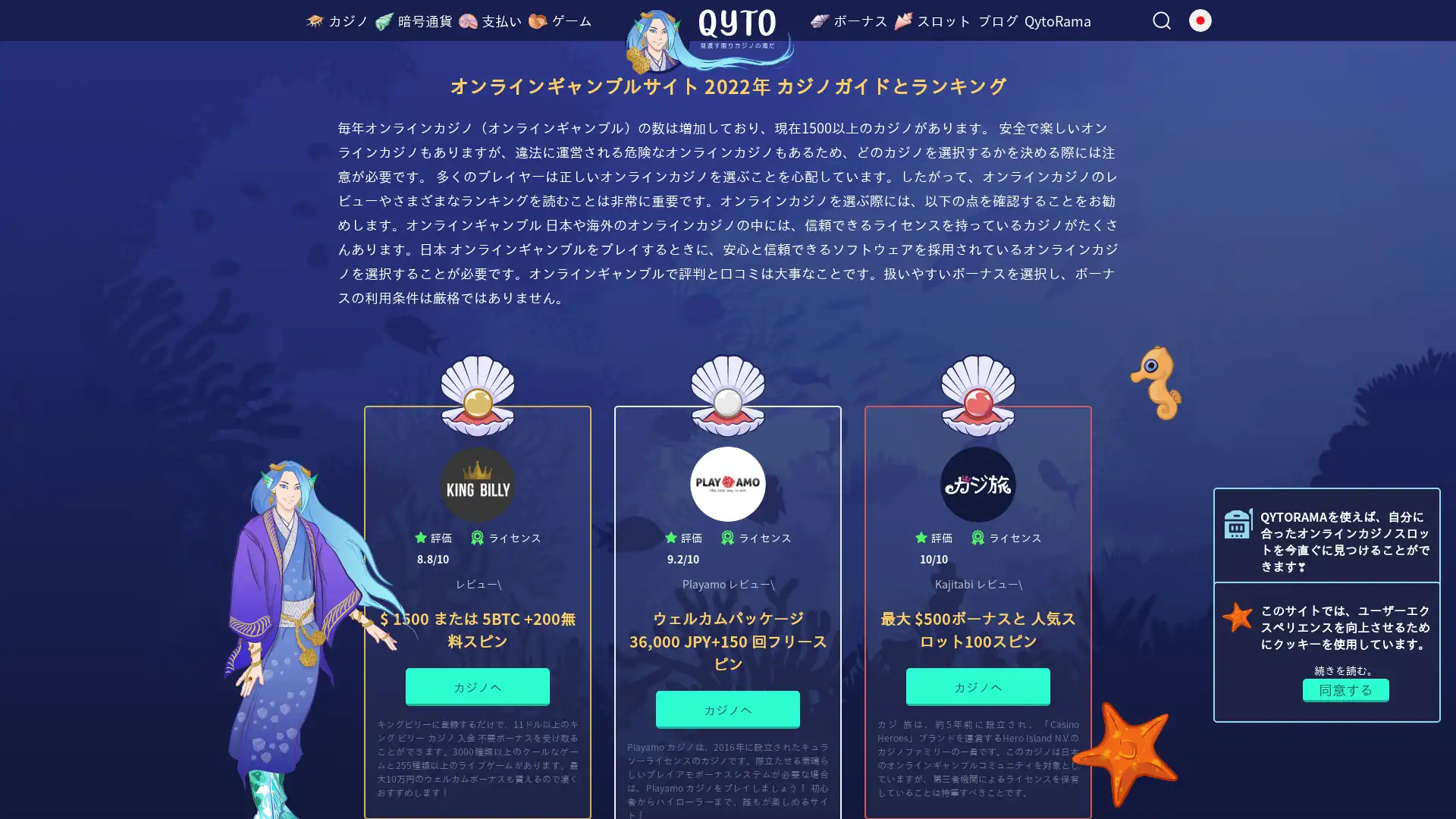 This screenshot has height=819, width=1456. I want to click on JP, so click(1196, 32).